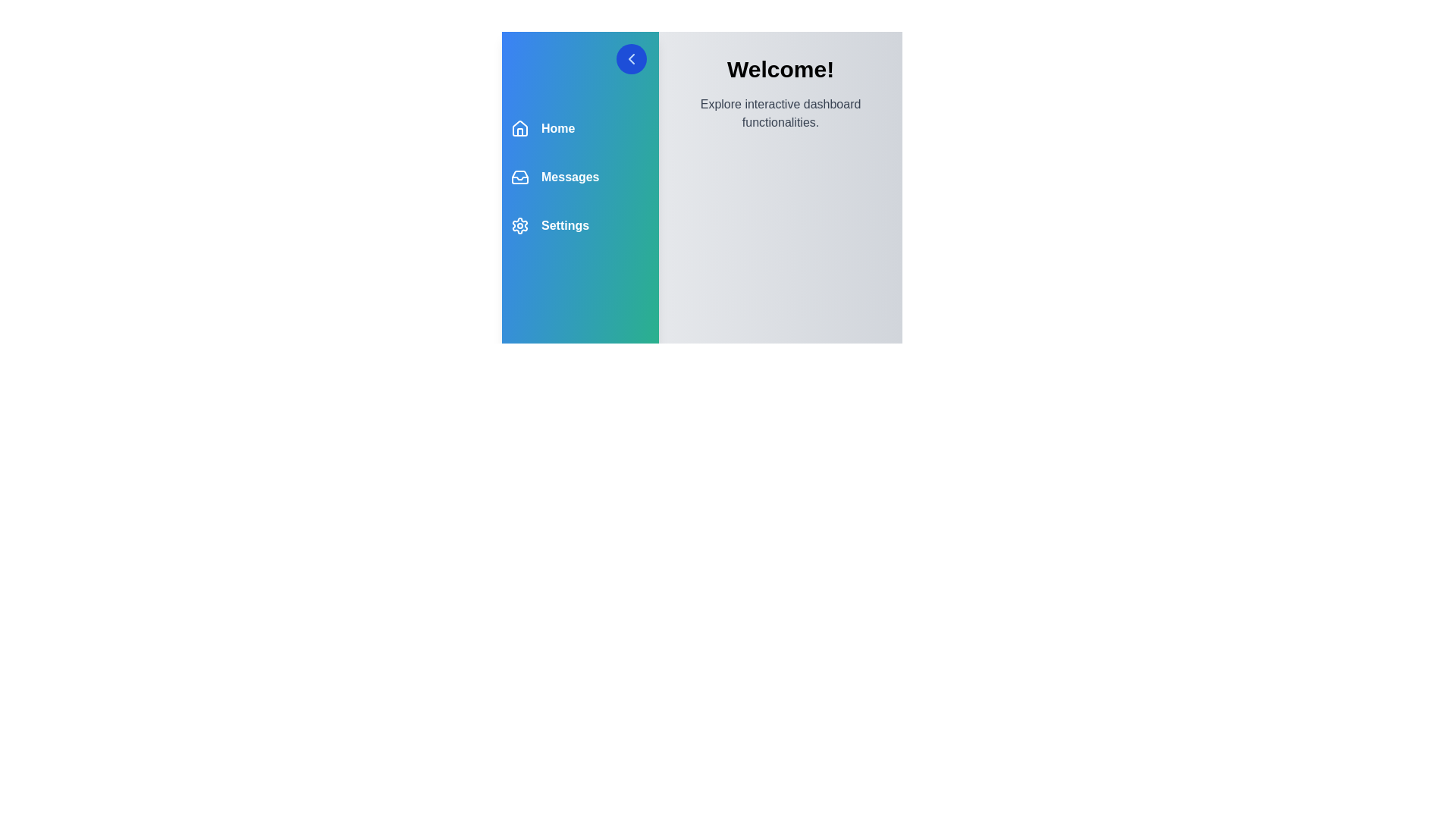  Describe the element at coordinates (520, 177) in the screenshot. I see `the 'Messages' icon located in the sidebar menu, which is the second icon in the vertical sequence next to the 'Messages' label` at that location.